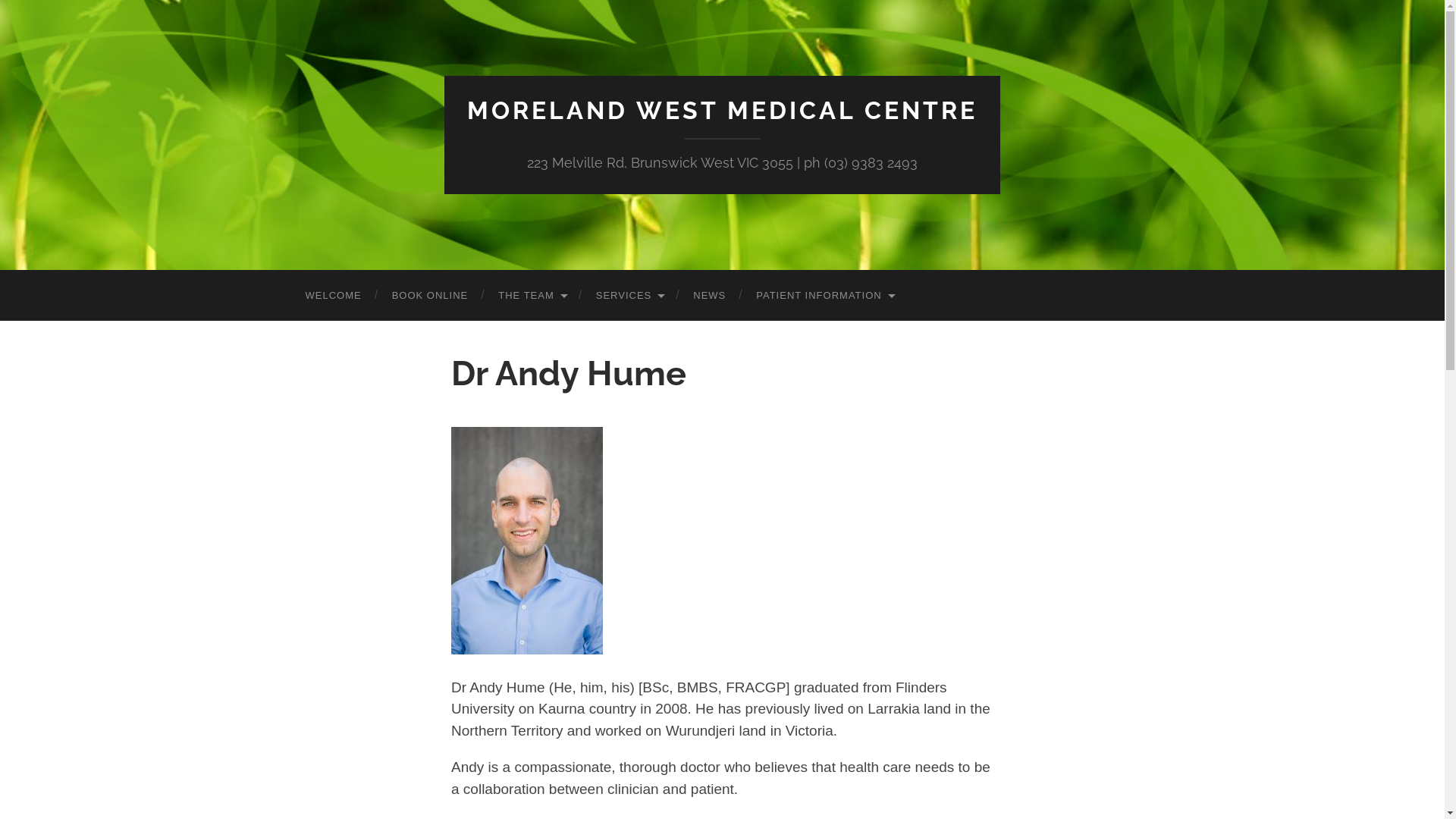 The width and height of the screenshot is (1456, 819). I want to click on 'BOOK ONLINE', so click(429, 295).